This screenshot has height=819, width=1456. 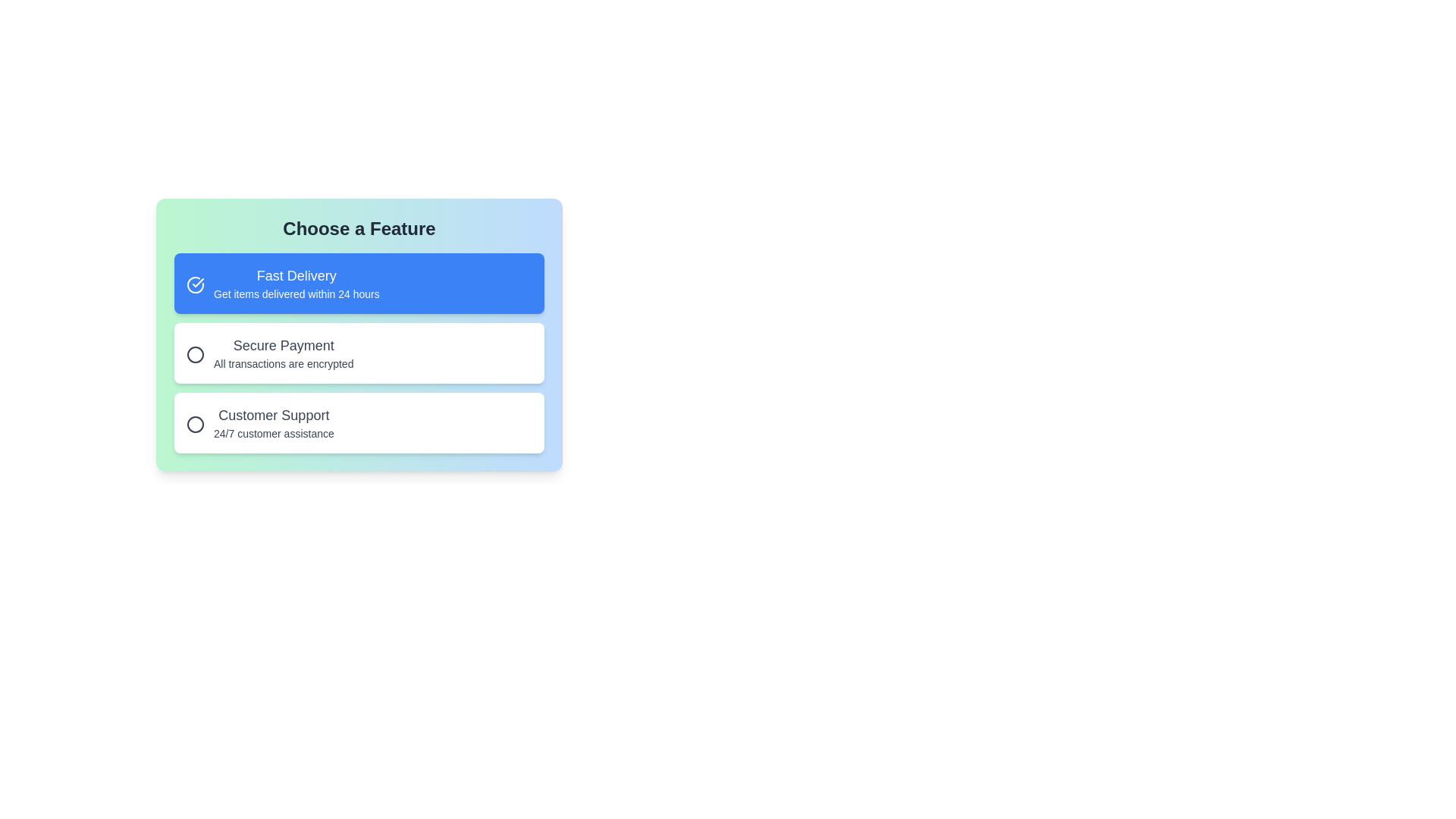 I want to click on header text which serves as the title for the content in the card-like UI component with a gradient background and rounded corners, positioned at the top and centered horizontally, so click(x=359, y=228).